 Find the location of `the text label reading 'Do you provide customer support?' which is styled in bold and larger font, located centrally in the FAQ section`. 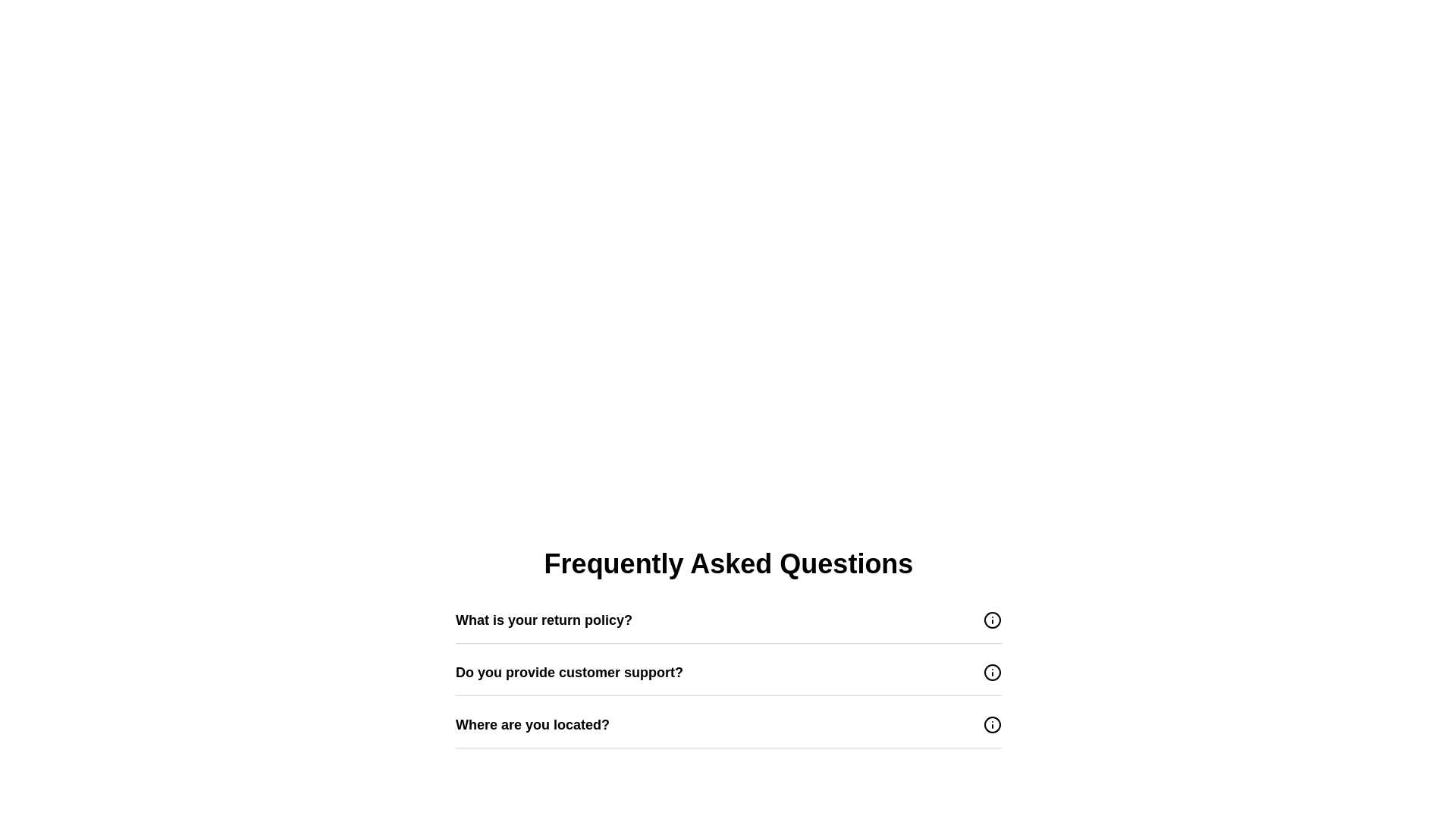

the text label reading 'Do you provide customer support?' which is styled in bold and larger font, located centrally in the FAQ section is located at coordinates (569, 672).